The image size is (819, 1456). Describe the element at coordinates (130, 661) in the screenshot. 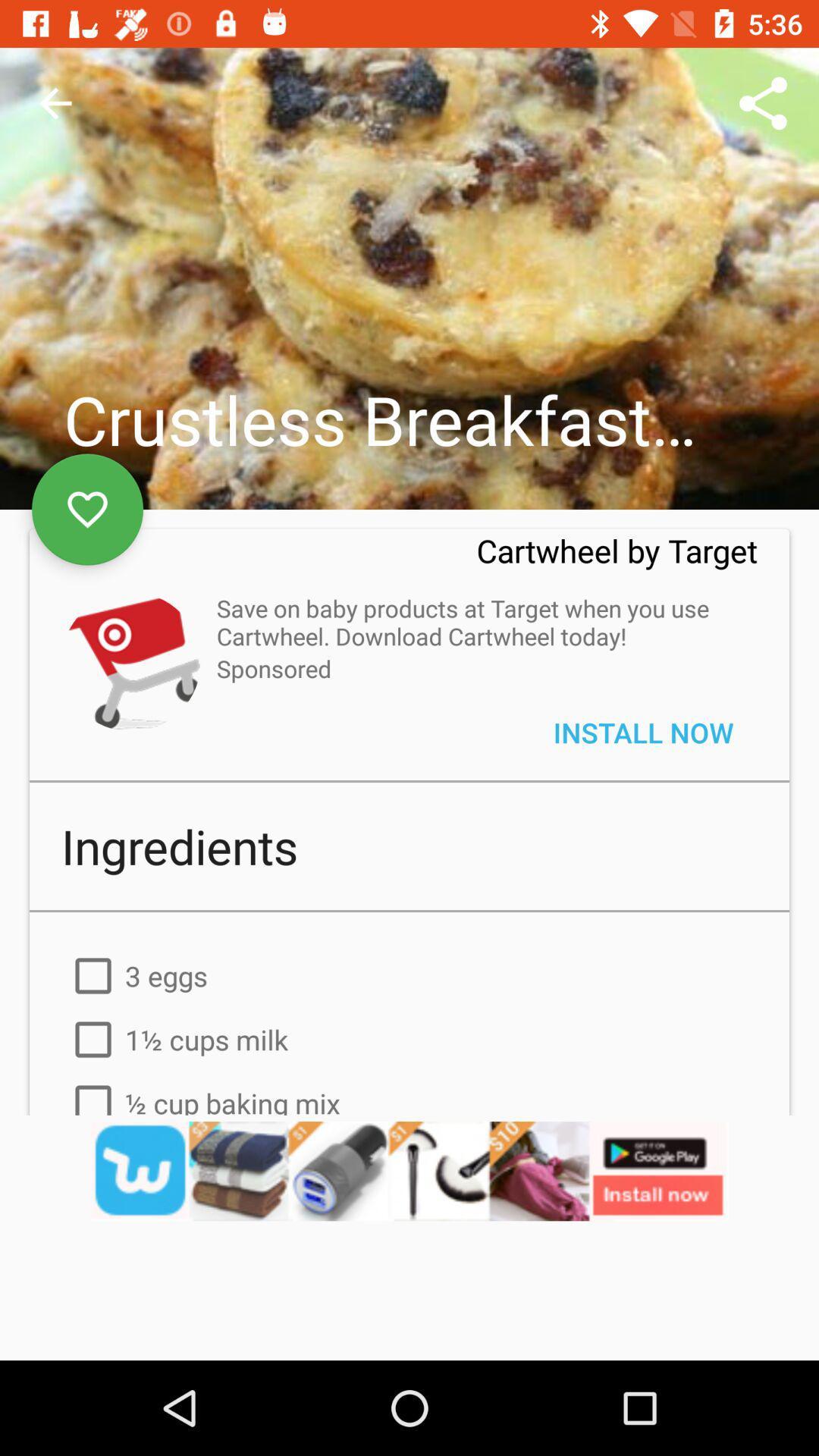

I see `open cart` at that location.